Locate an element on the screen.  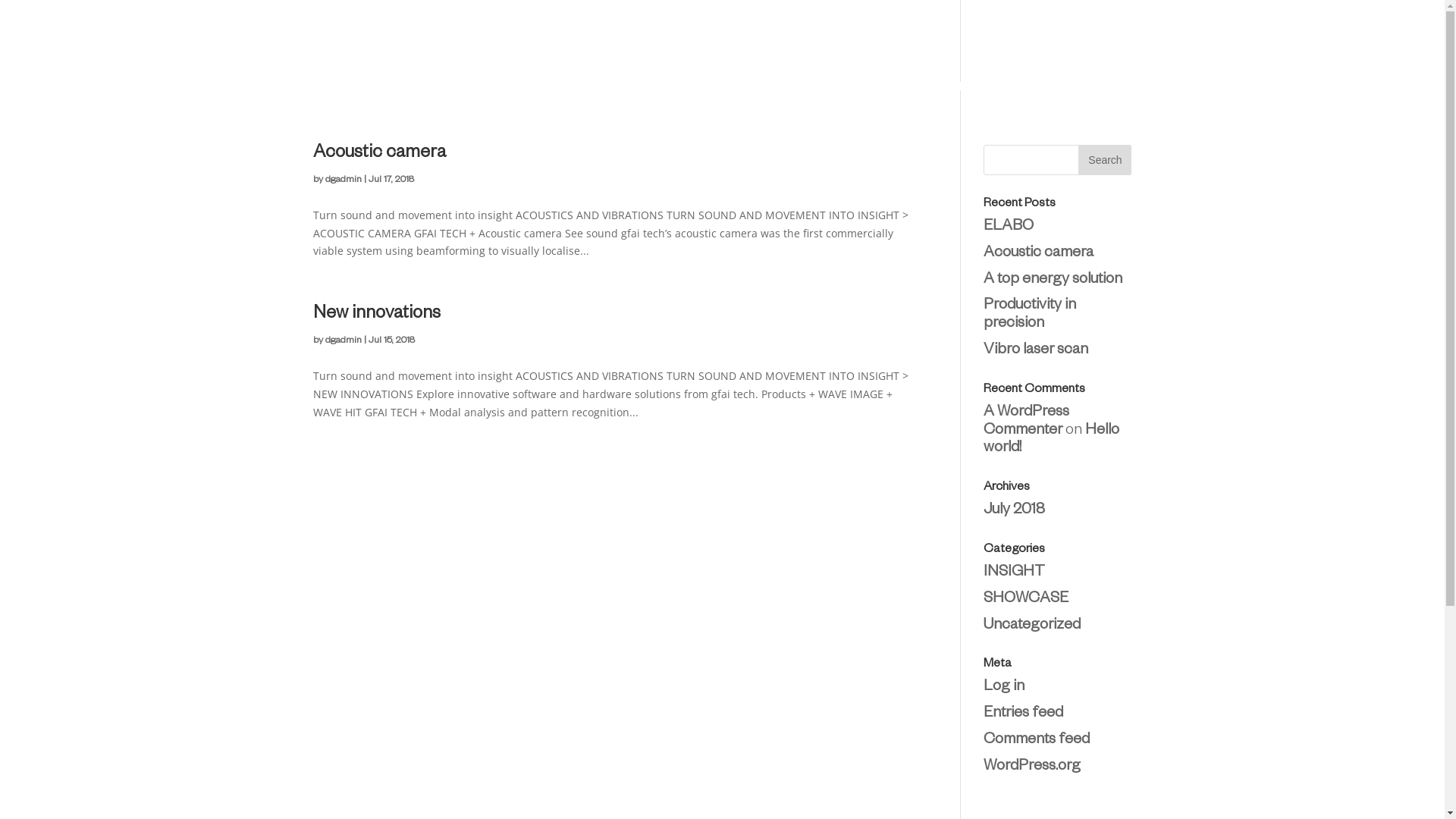
'Acoustic camera' is located at coordinates (1037, 253).